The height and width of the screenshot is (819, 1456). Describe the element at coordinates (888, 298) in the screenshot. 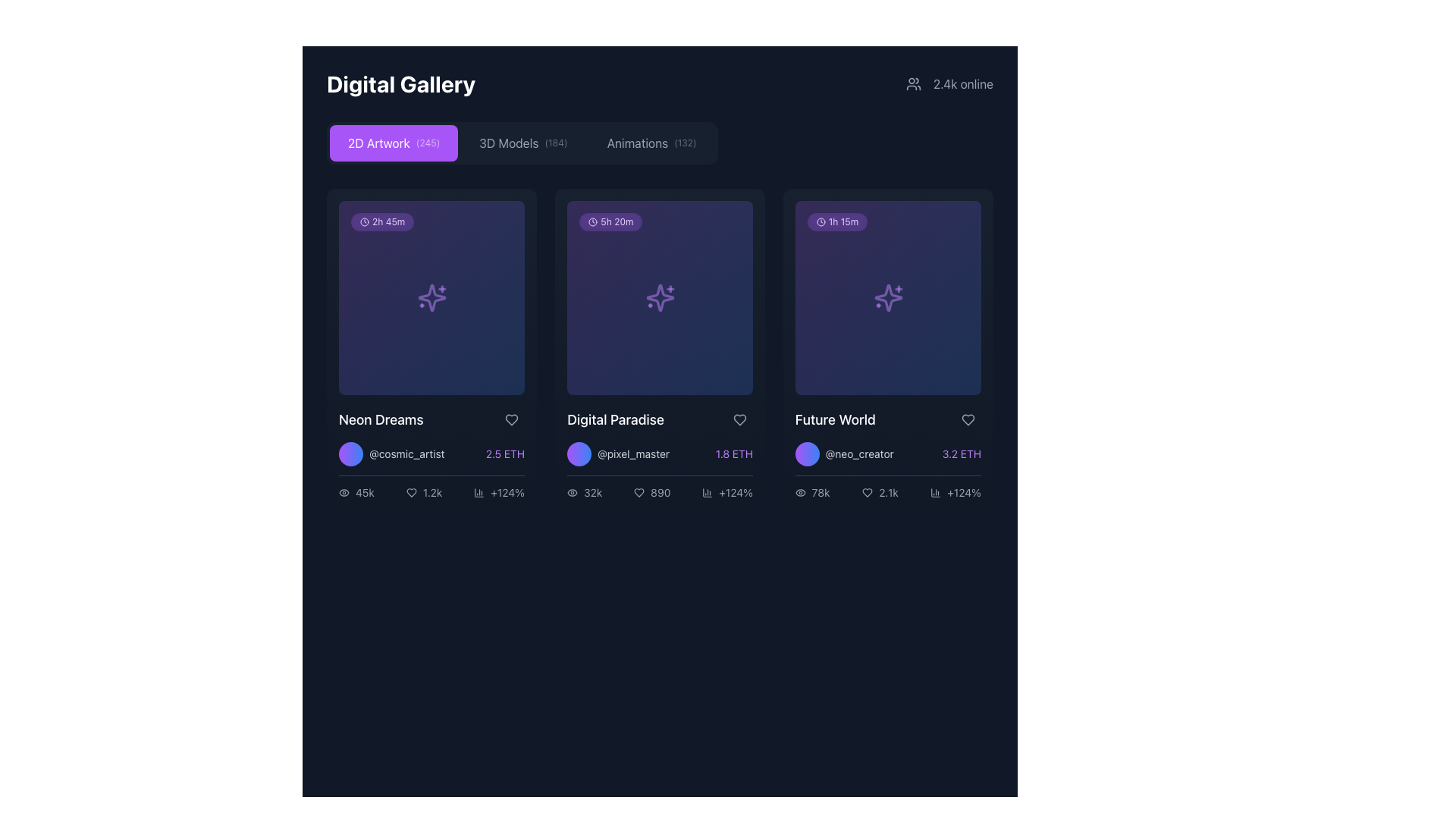

I see `the sparkle icon located in the third card labeled 'Future World'` at that location.